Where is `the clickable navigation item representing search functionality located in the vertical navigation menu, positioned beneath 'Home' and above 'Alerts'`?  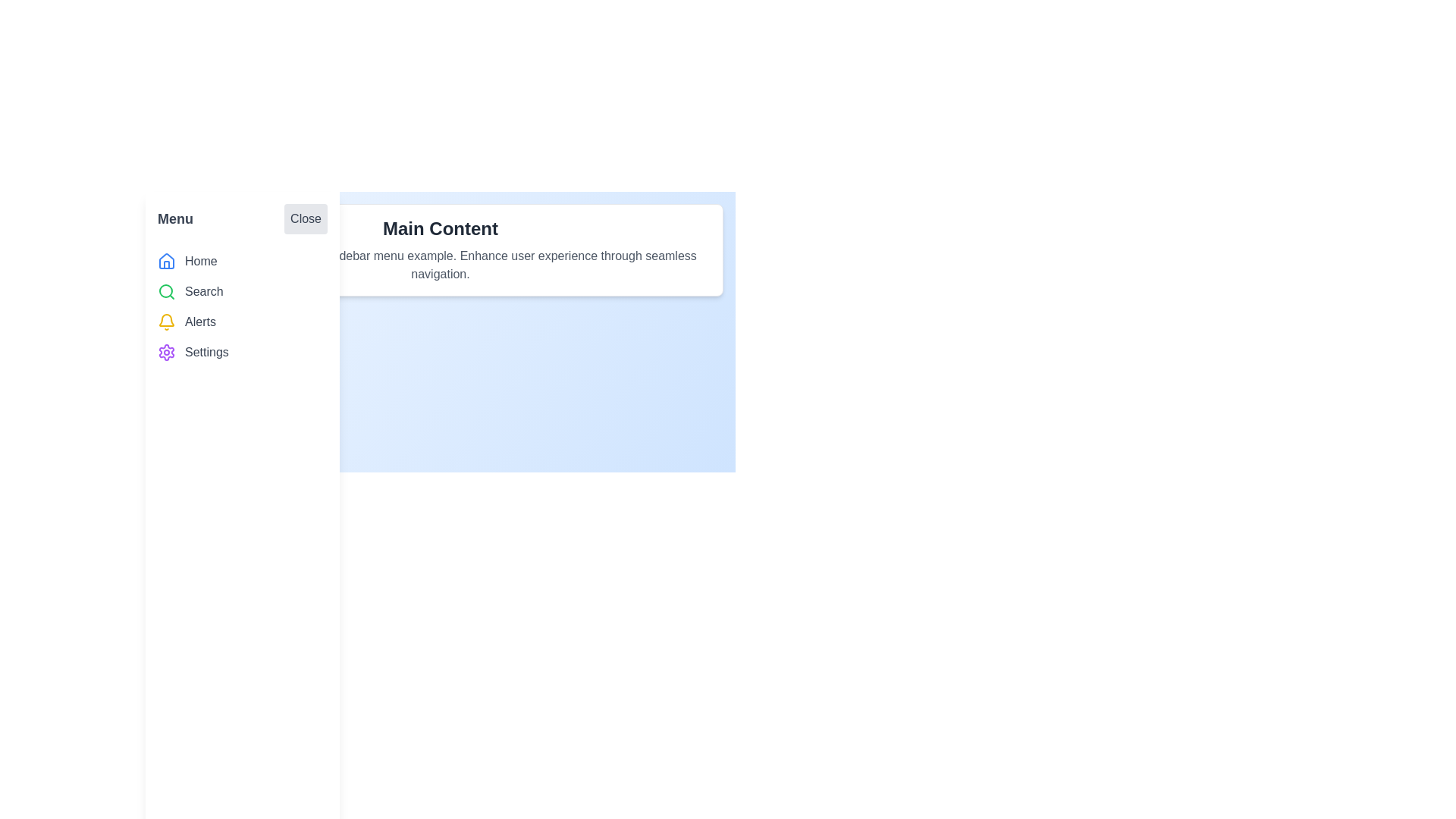 the clickable navigation item representing search functionality located in the vertical navigation menu, positioned beneath 'Home' and above 'Alerts' is located at coordinates (243, 292).